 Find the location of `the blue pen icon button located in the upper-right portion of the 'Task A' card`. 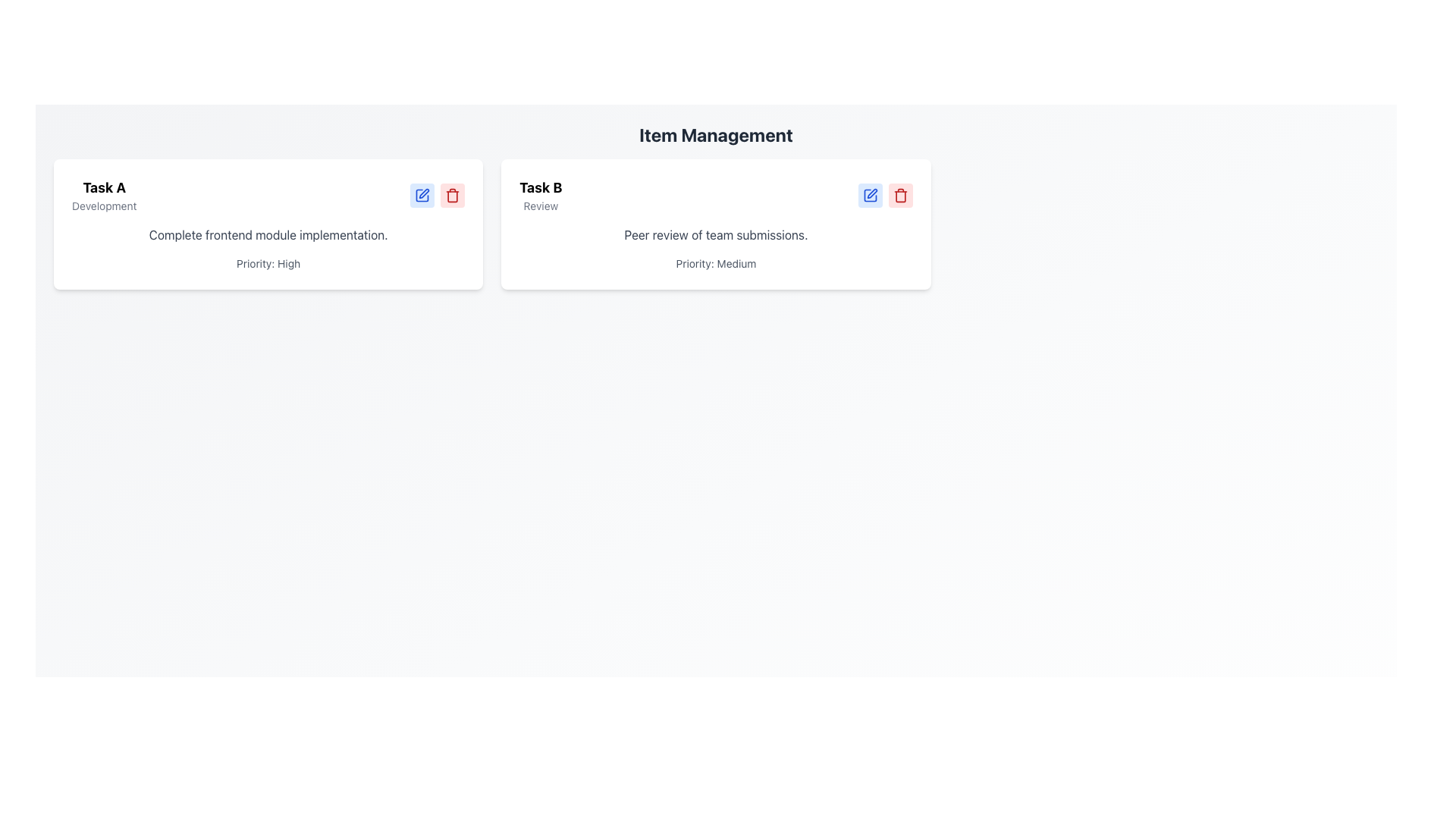

the blue pen icon button located in the upper-right portion of the 'Task A' card is located at coordinates (422, 195).